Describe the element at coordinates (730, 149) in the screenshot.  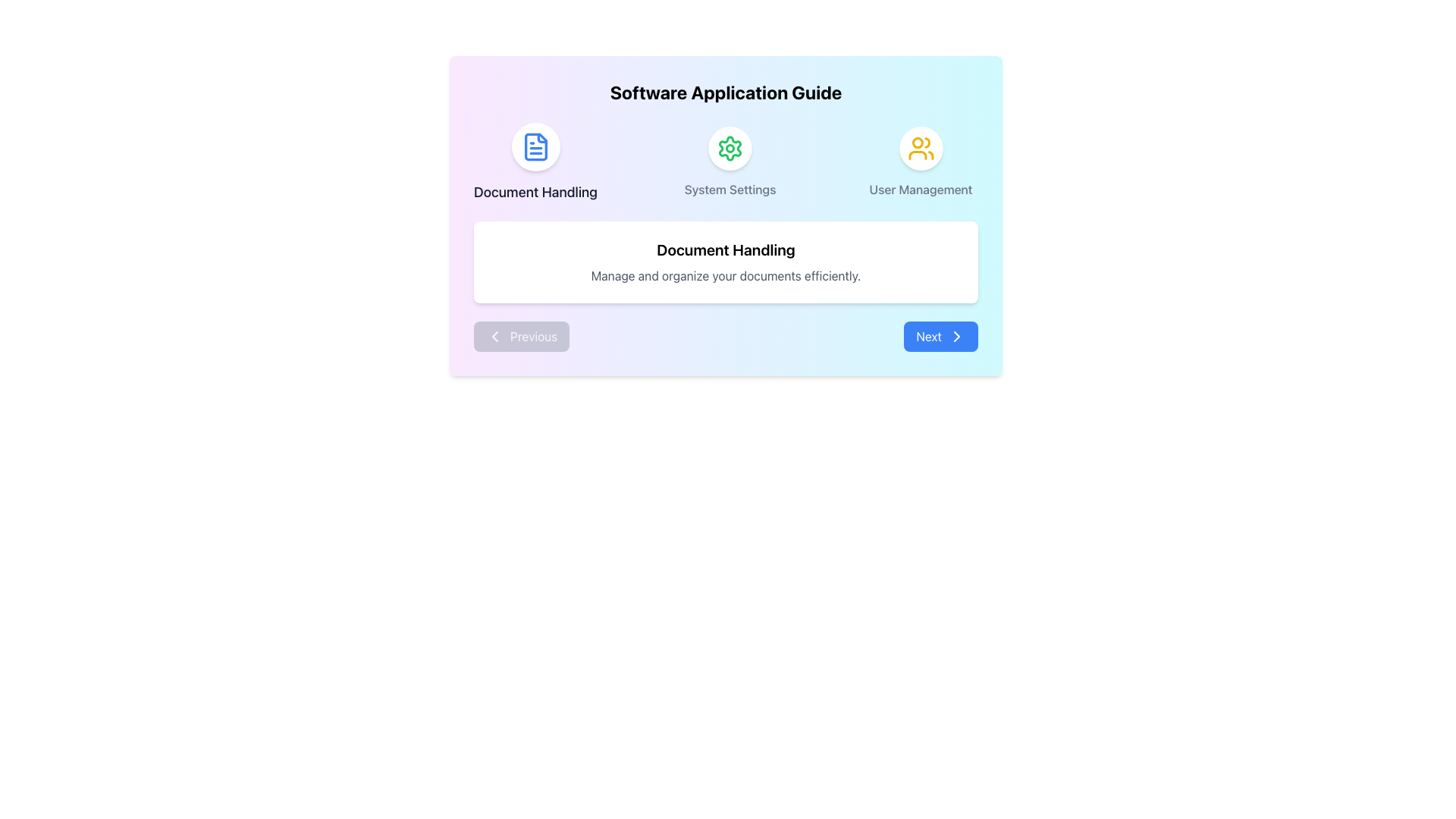
I see `the circular Icon Button with a green gear icon for keyboard navigation` at that location.